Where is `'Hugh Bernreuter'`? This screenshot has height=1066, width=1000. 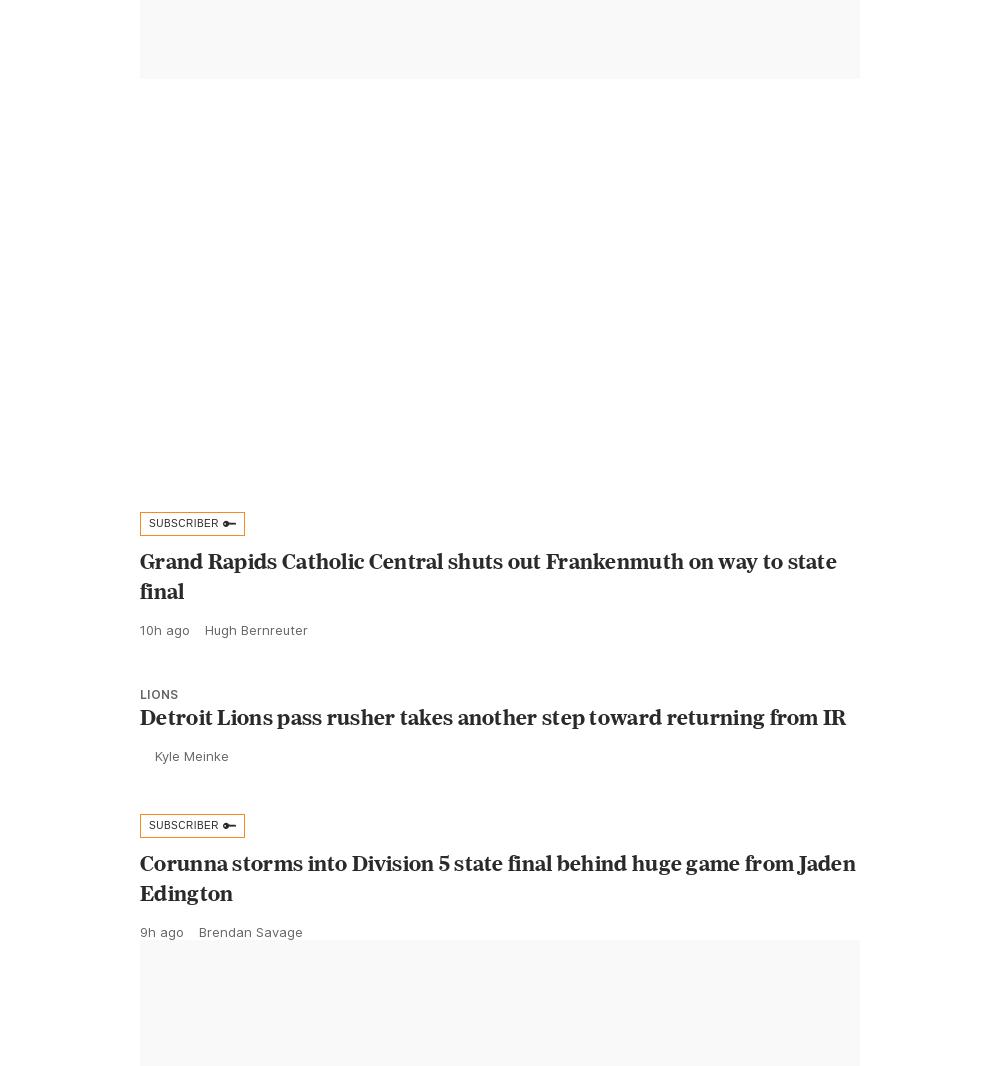
'Hugh Bernreuter' is located at coordinates (256, 673).